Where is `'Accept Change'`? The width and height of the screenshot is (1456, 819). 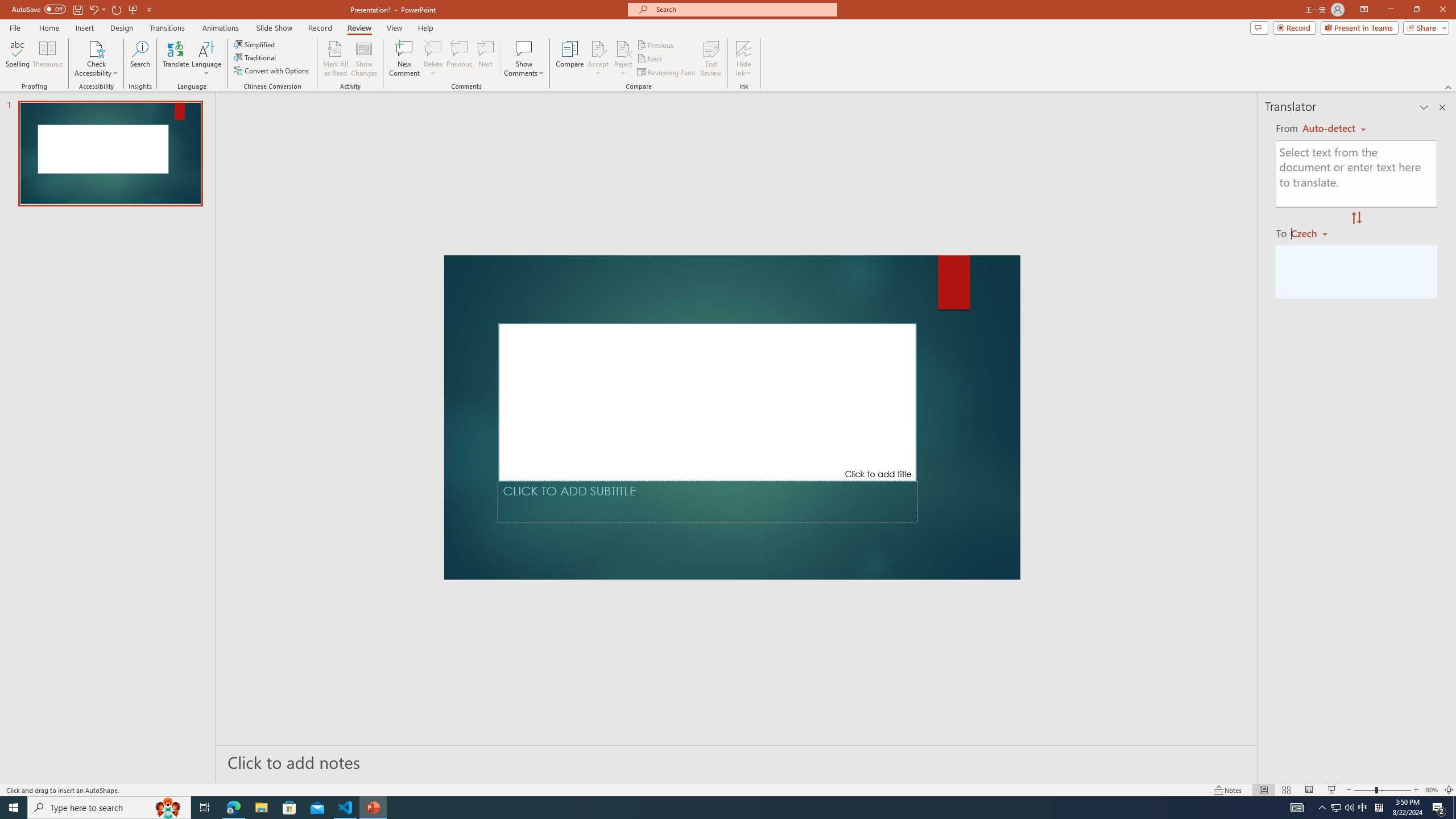 'Accept Change' is located at coordinates (598, 48).